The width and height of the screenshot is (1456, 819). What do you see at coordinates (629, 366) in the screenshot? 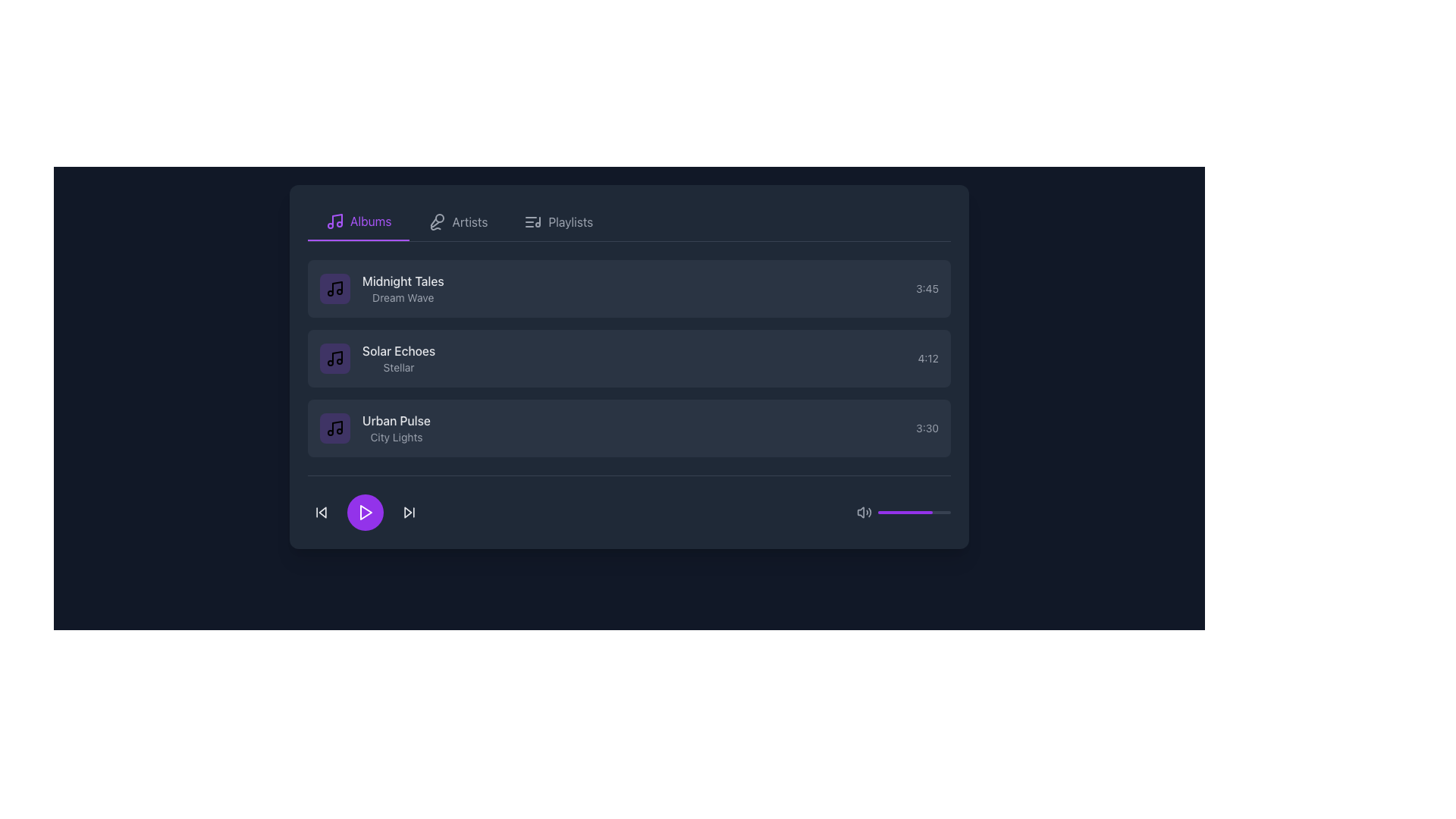
I see `a row in the album or playlist list view` at bounding box center [629, 366].